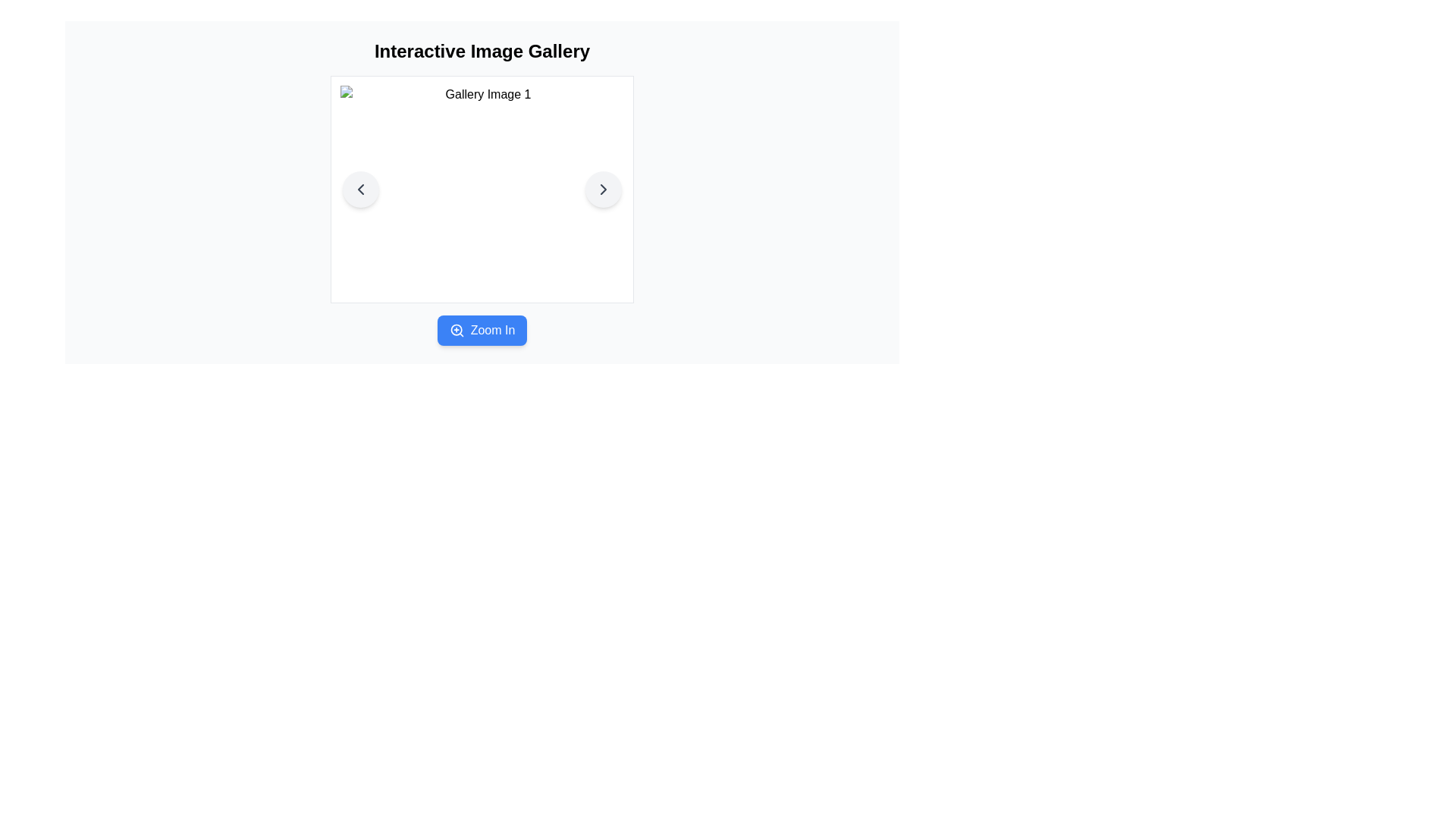 This screenshot has width=1456, height=819. I want to click on the decorative circle icon that is part of the 'Zoom In' button located below the image gallery, so click(455, 329).